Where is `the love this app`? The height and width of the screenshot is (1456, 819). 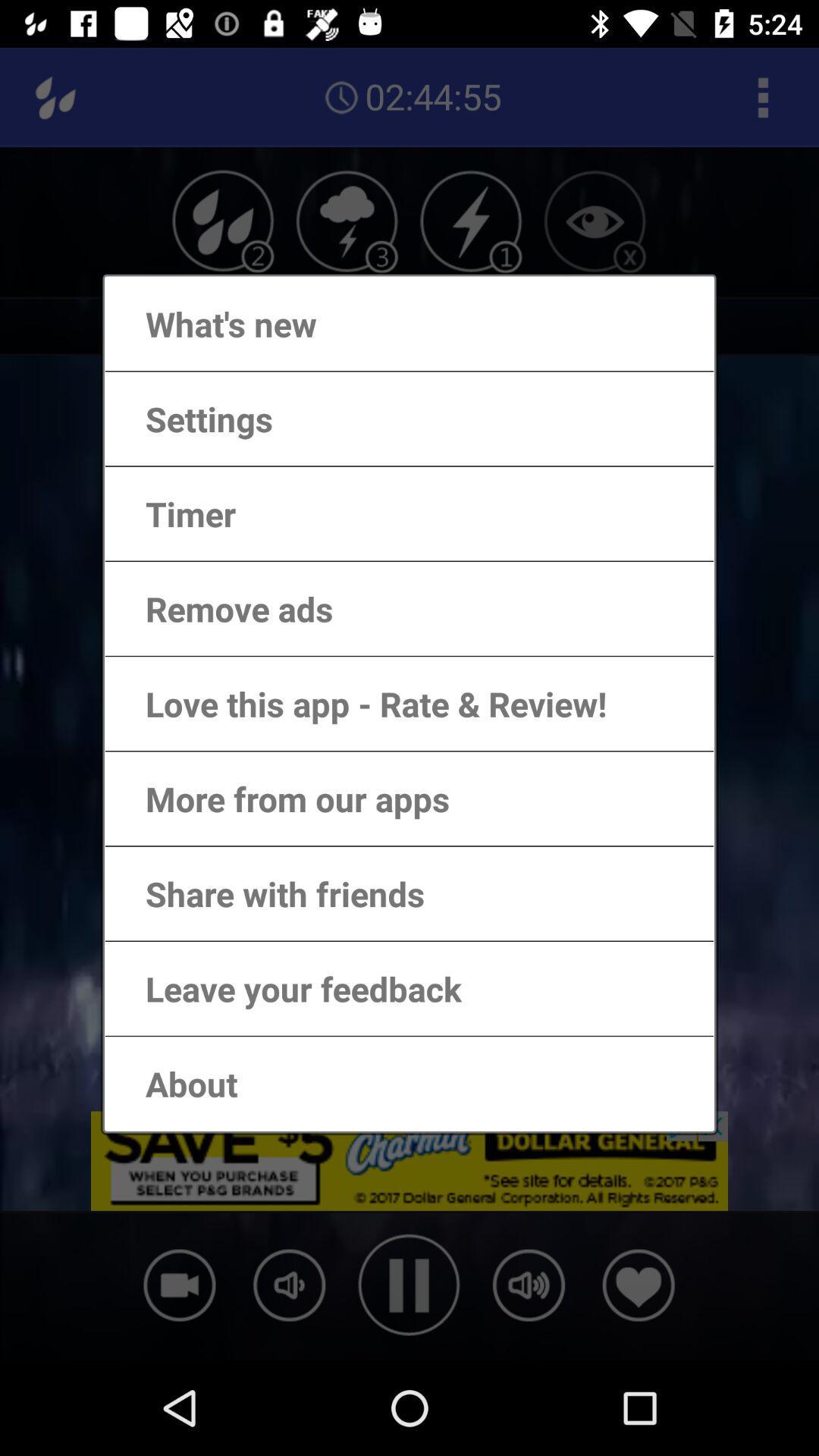
the love this app is located at coordinates (361, 703).